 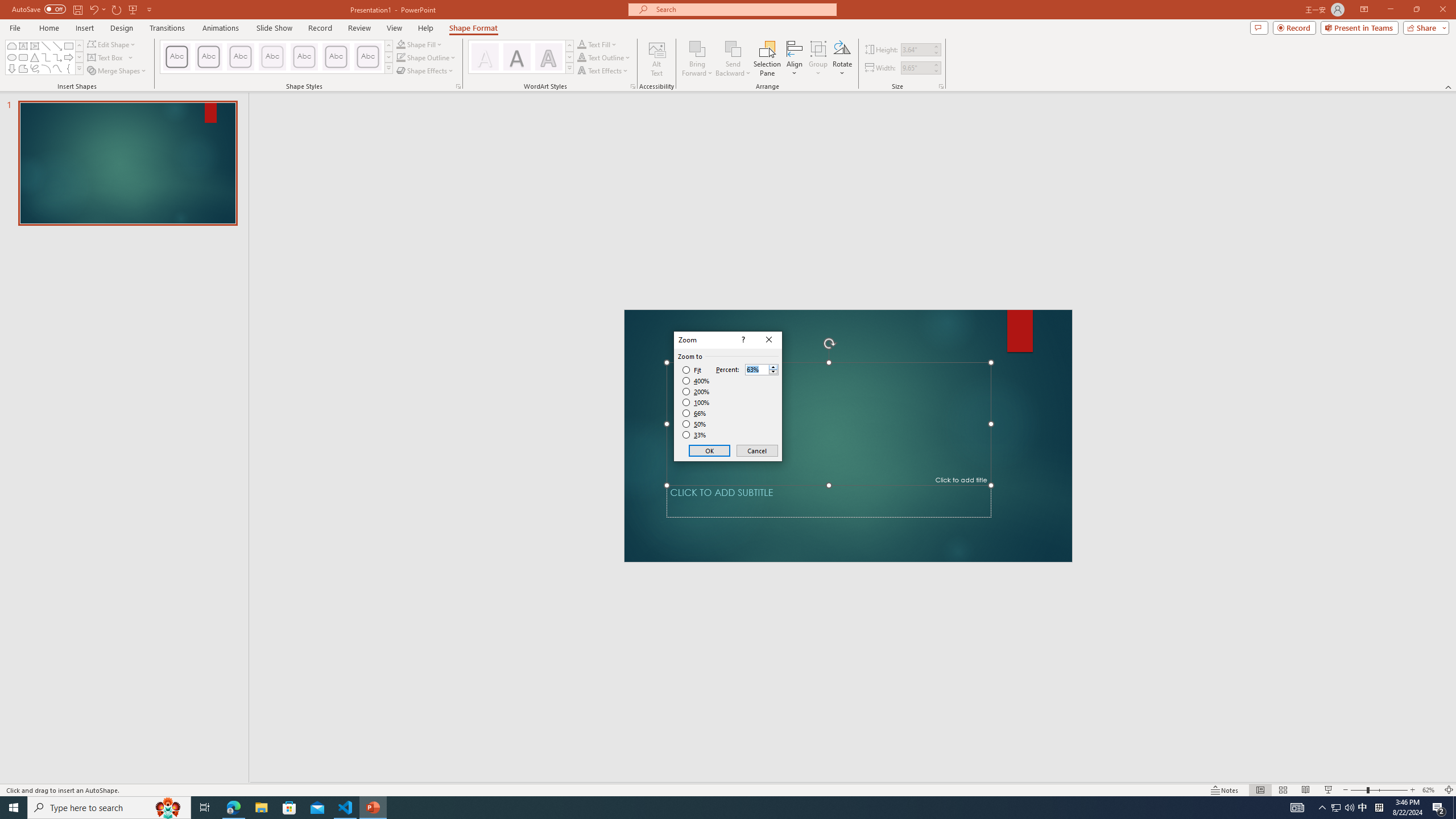 What do you see at coordinates (696, 381) in the screenshot?
I see `'400%'` at bounding box center [696, 381].